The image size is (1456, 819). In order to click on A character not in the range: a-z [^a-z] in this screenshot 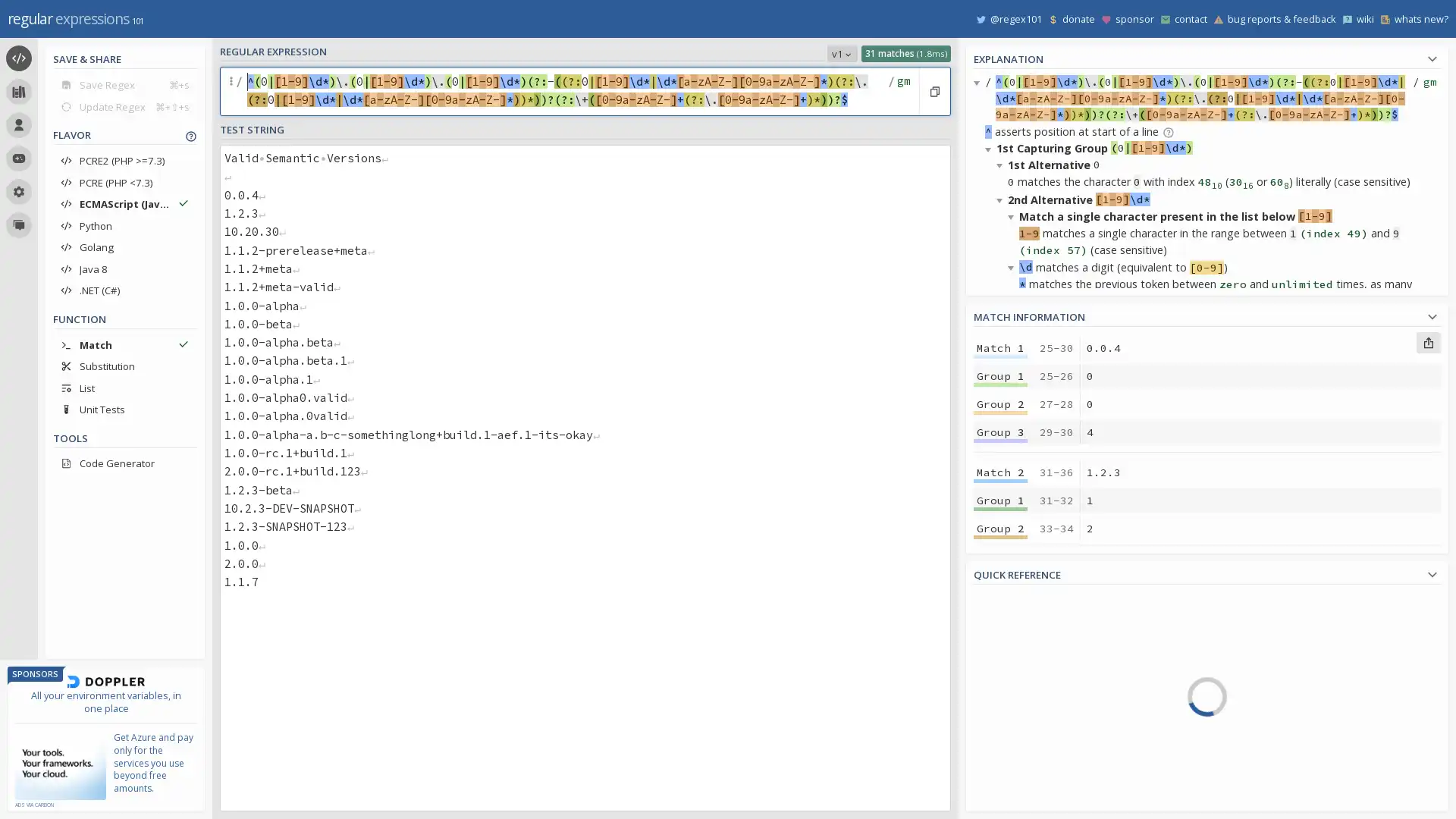, I will do `click(1282, 664)`.